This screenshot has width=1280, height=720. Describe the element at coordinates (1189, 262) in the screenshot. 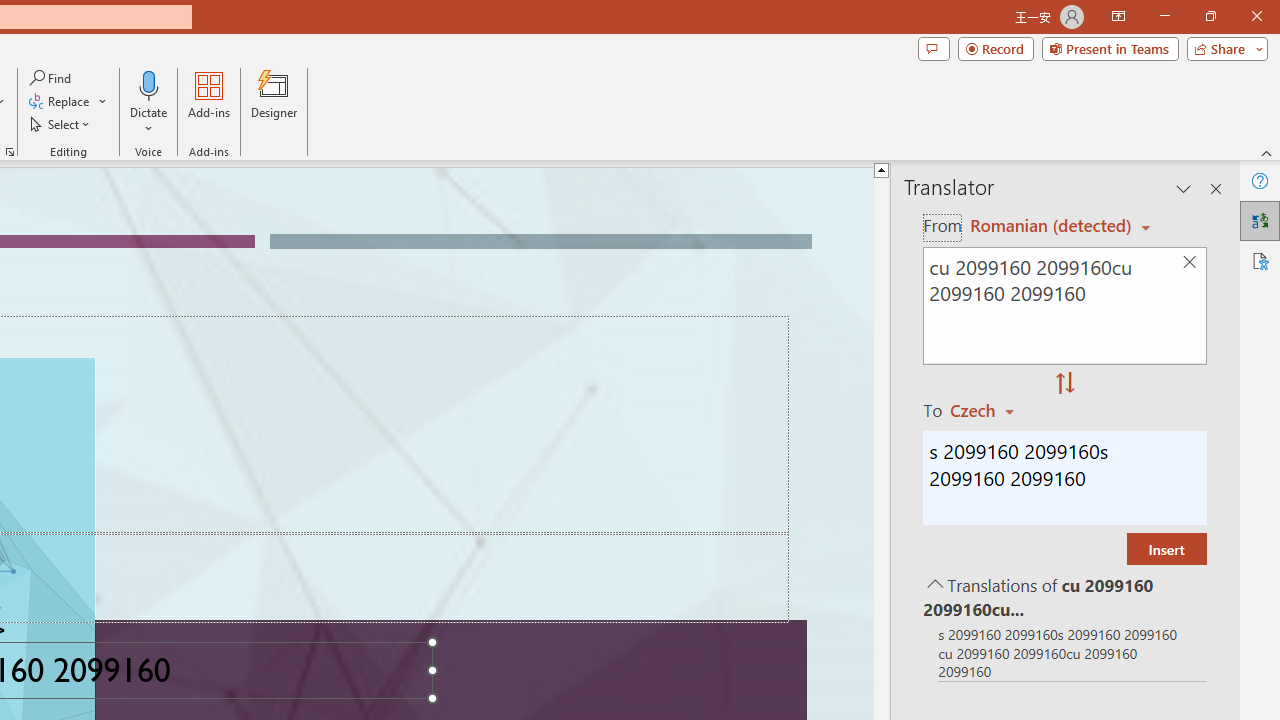

I see `'Clear text'` at that location.